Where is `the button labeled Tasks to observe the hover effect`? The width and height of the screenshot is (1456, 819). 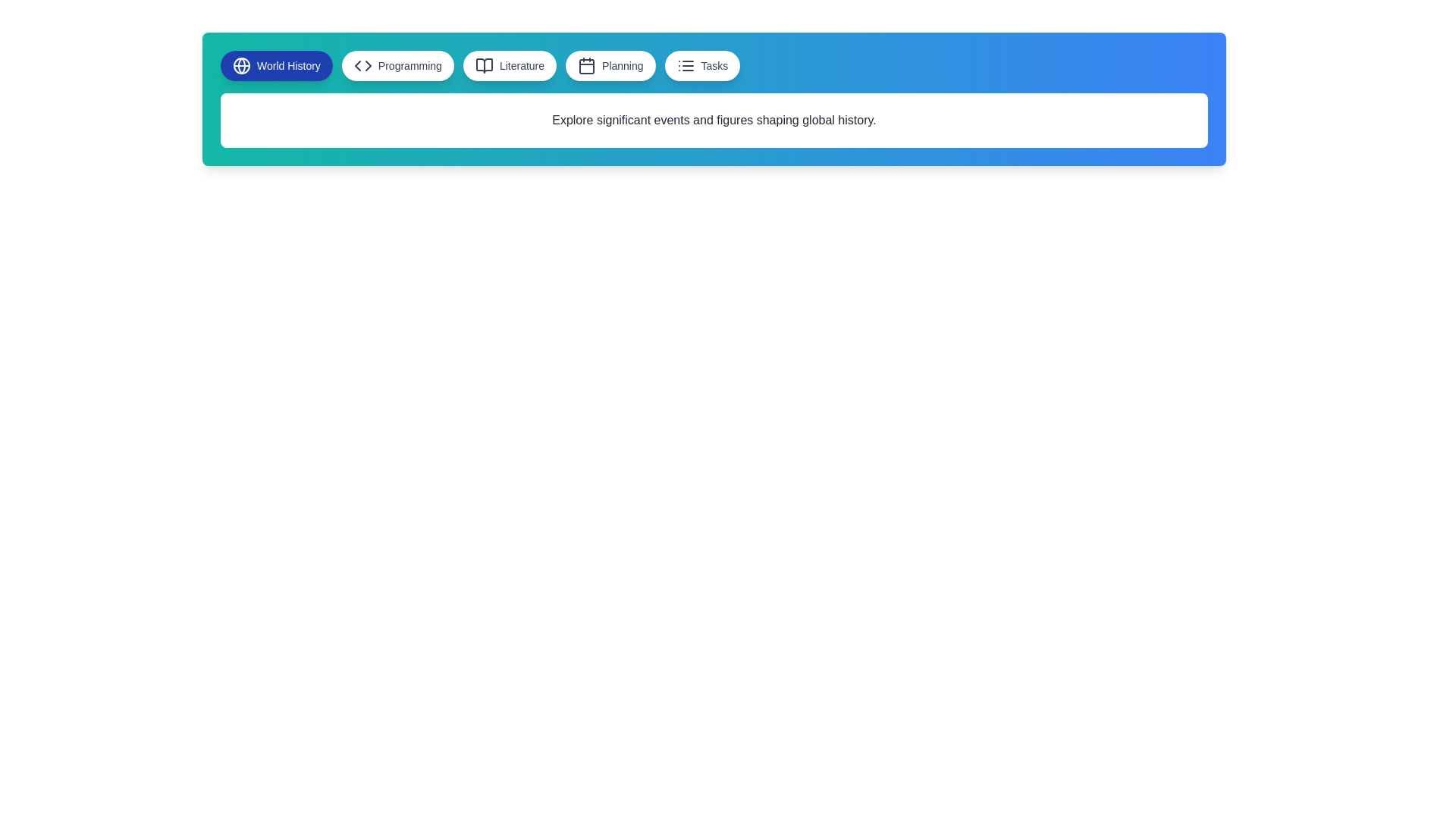
the button labeled Tasks to observe the hover effect is located at coordinates (701, 65).